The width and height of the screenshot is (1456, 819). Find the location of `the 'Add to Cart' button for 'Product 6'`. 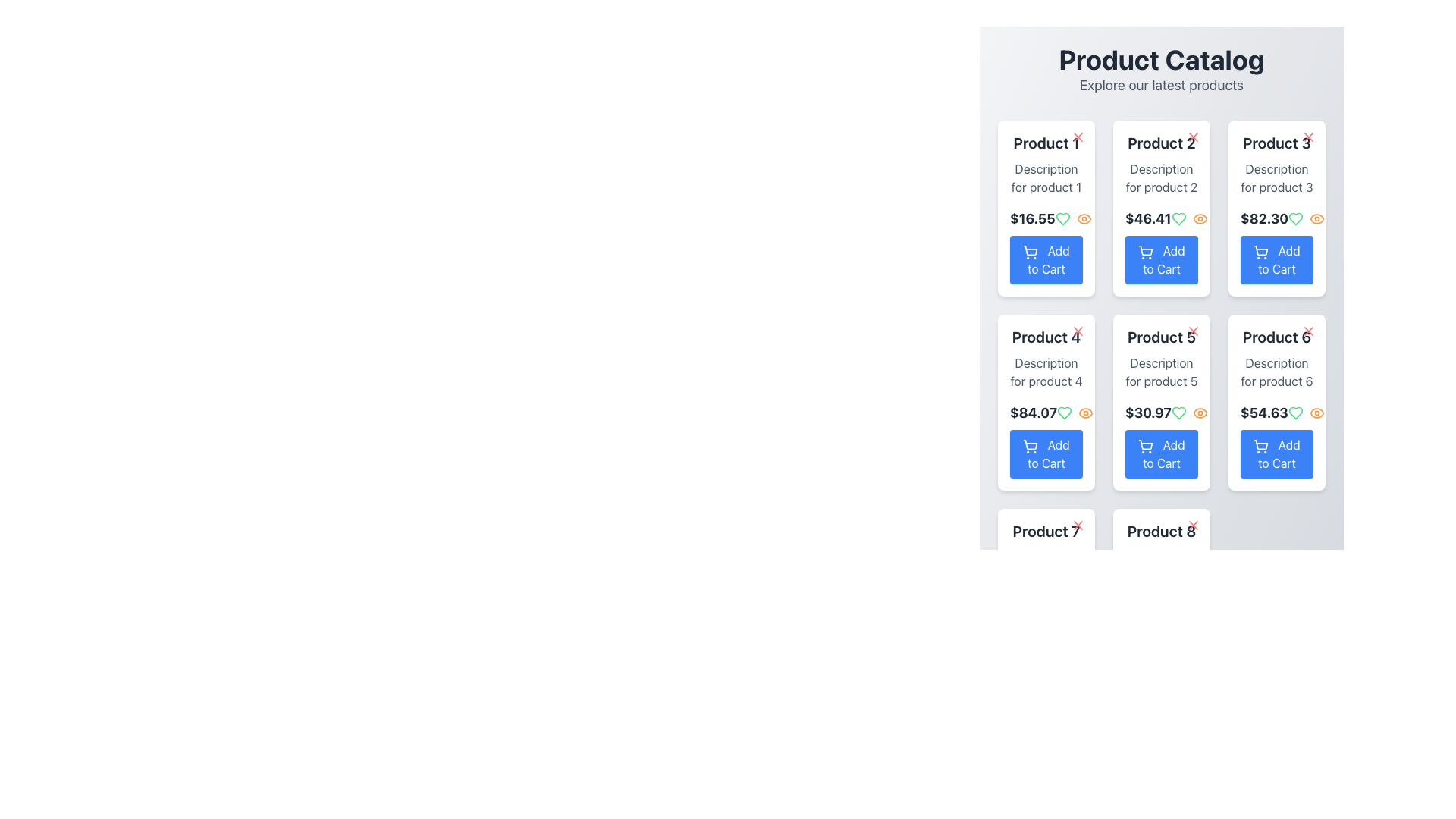

the 'Add to Cart' button for 'Product 6' is located at coordinates (1276, 453).